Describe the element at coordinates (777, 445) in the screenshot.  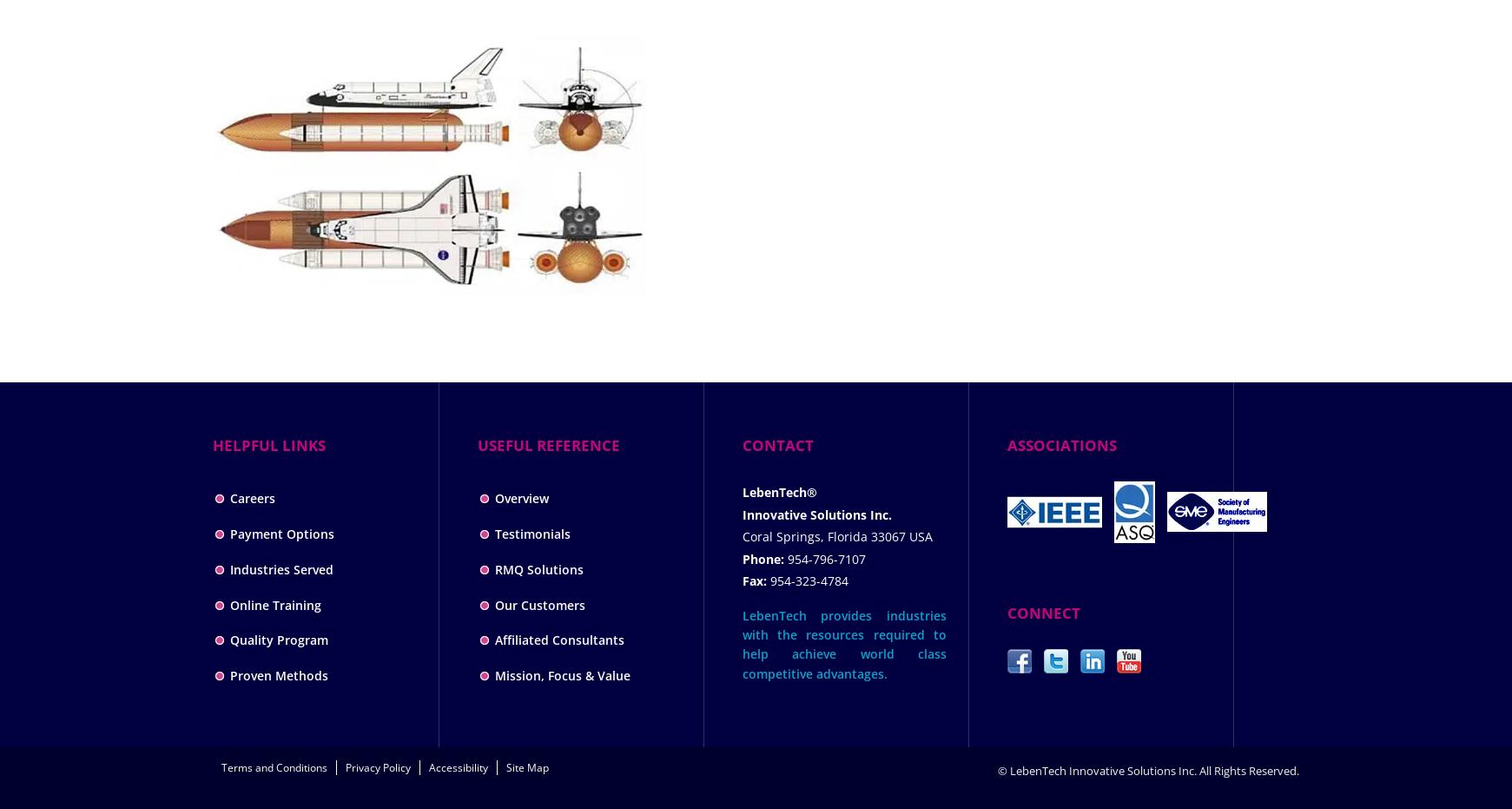
I see `'CONTACT'` at that location.